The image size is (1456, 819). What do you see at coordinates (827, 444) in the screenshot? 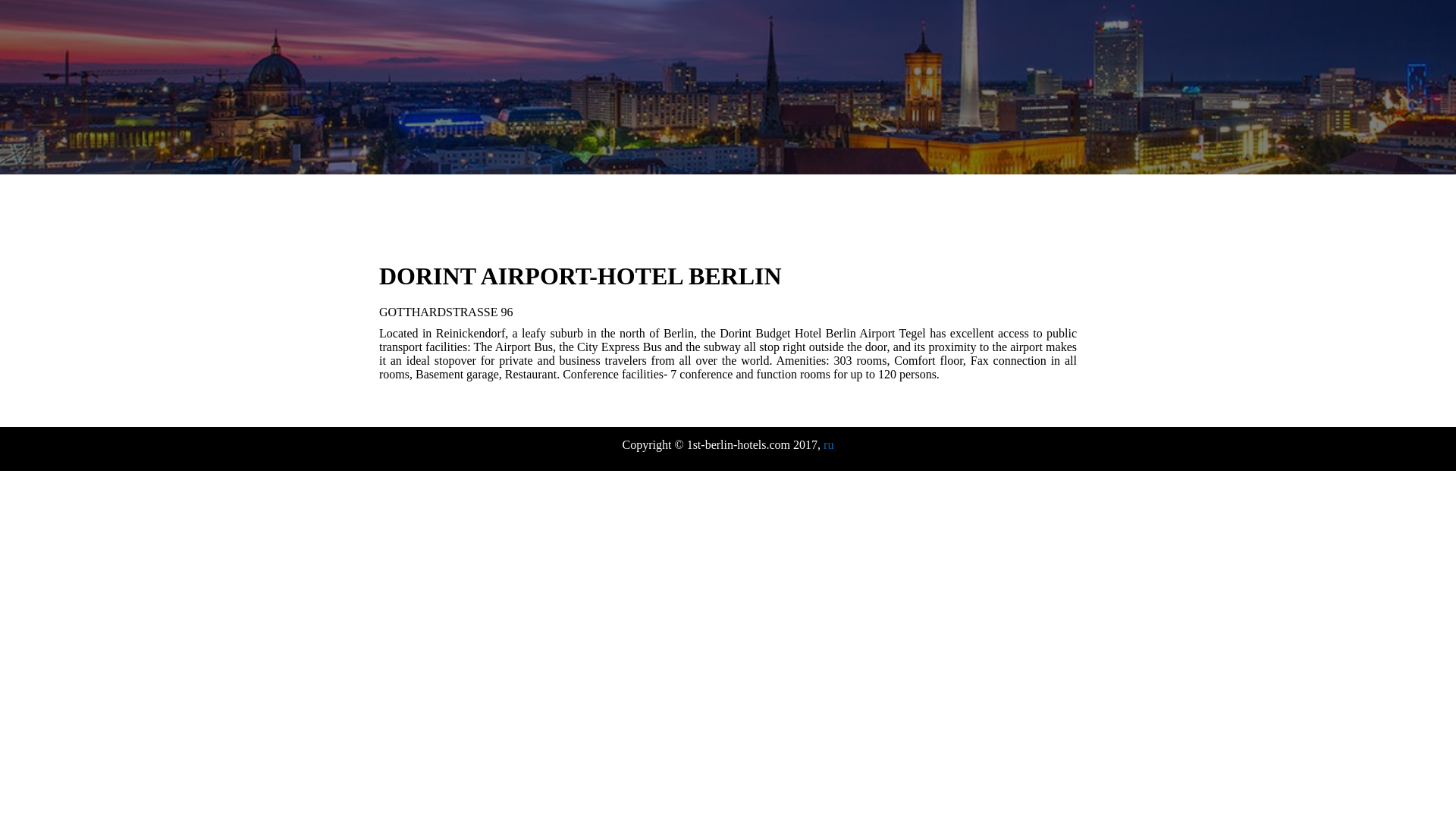
I see `'ru'` at bounding box center [827, 444].